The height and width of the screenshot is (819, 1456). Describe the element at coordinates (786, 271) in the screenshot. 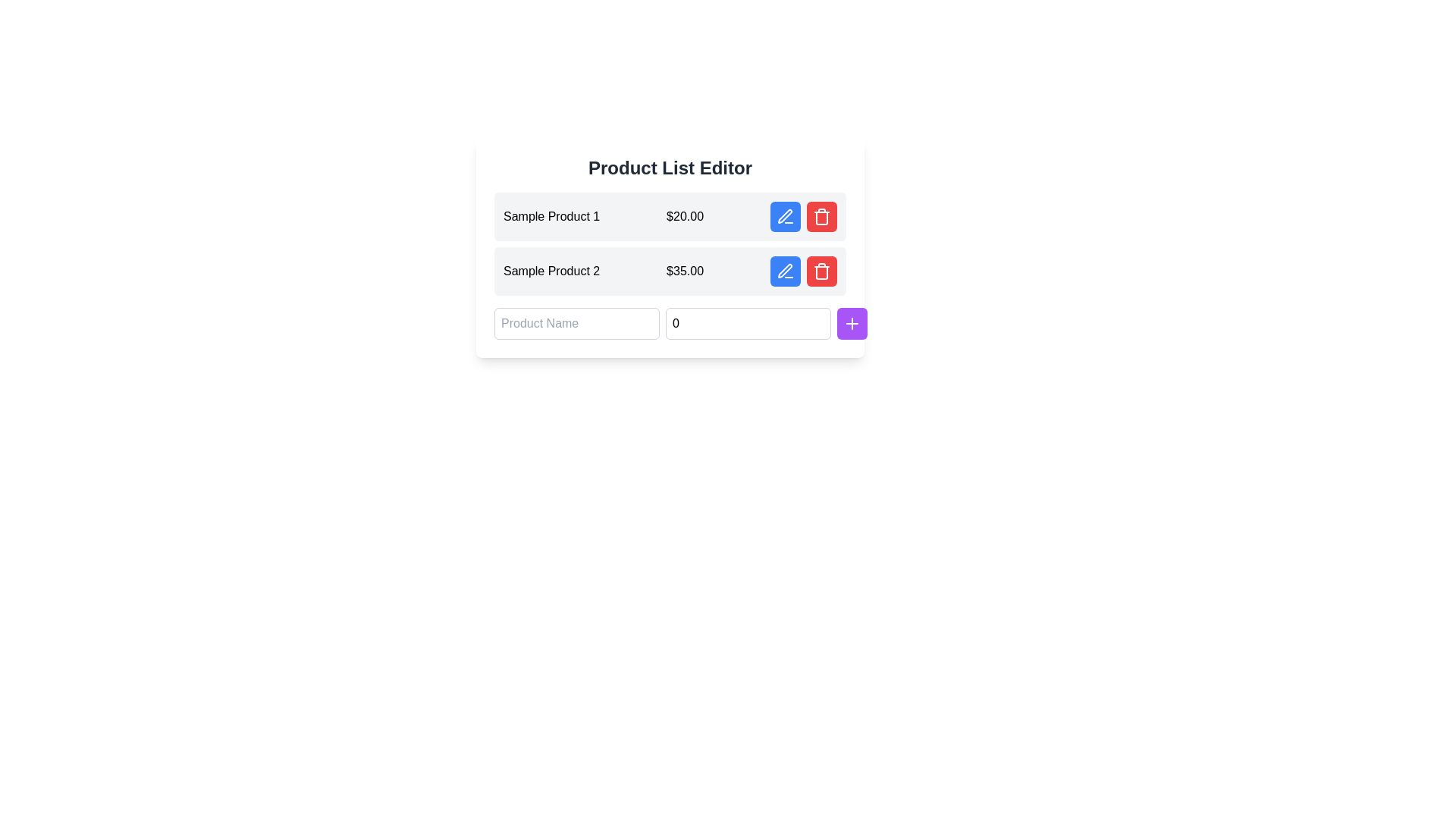

I see `the edit Icon button located to the right of 'Sample Product 2' and '$35.00' in the second row of product information for a tooltip or hover effect` at that location.